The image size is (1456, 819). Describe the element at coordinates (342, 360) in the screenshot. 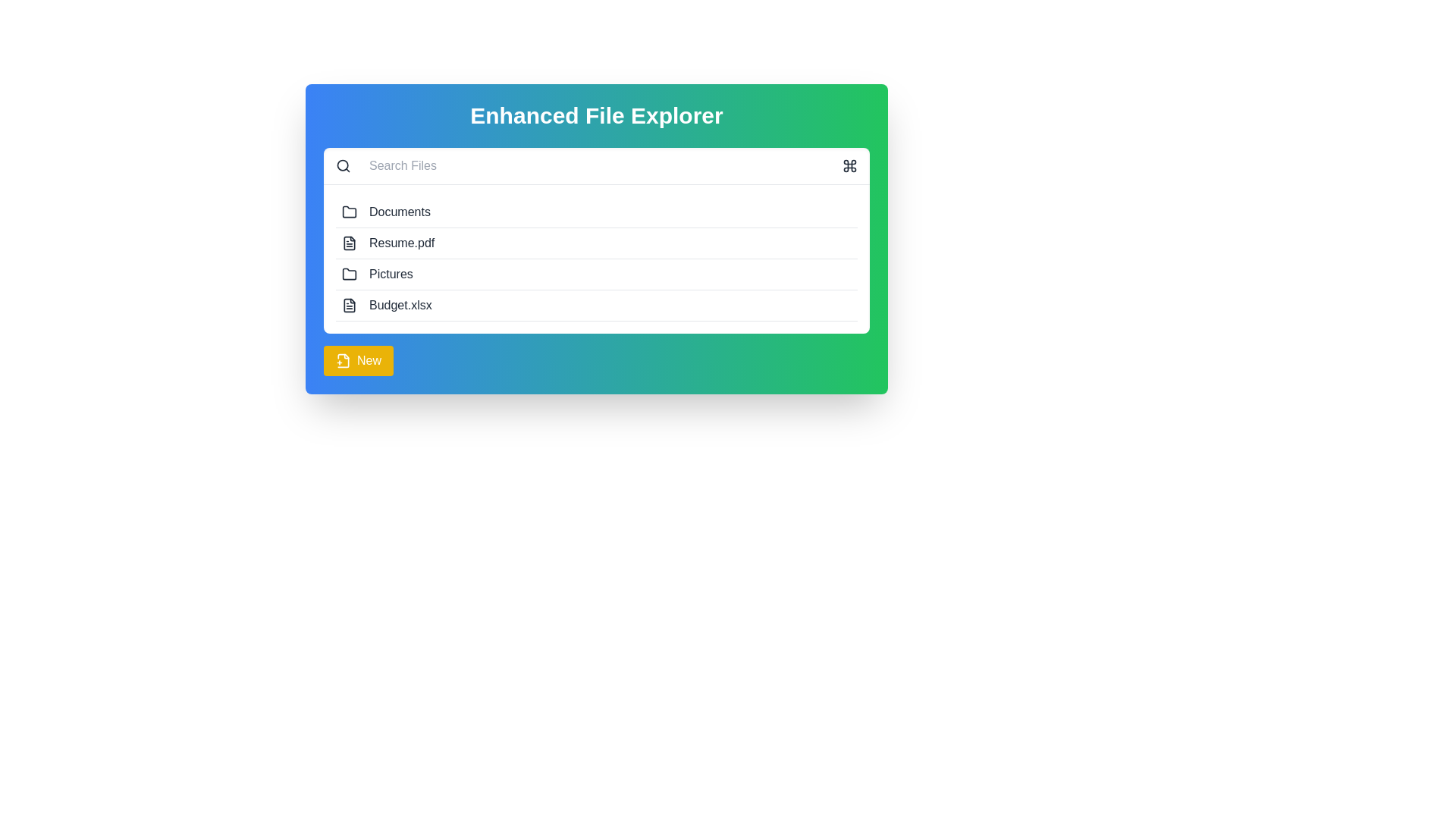

I see `the line-drawn document icon with a plus symbol located to the left of the 'New' label within the 'New' button` at that location.